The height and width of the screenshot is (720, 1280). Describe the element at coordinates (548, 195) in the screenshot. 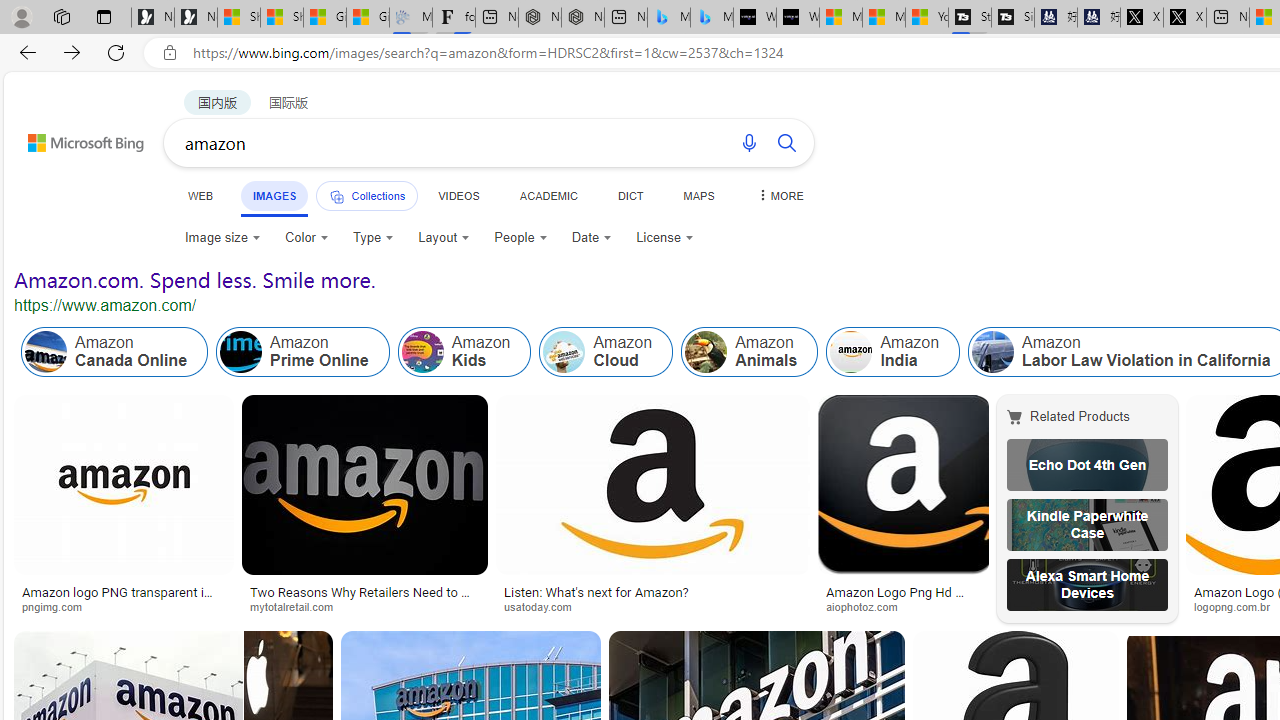

I see `'ACADEMIC'` at that location.